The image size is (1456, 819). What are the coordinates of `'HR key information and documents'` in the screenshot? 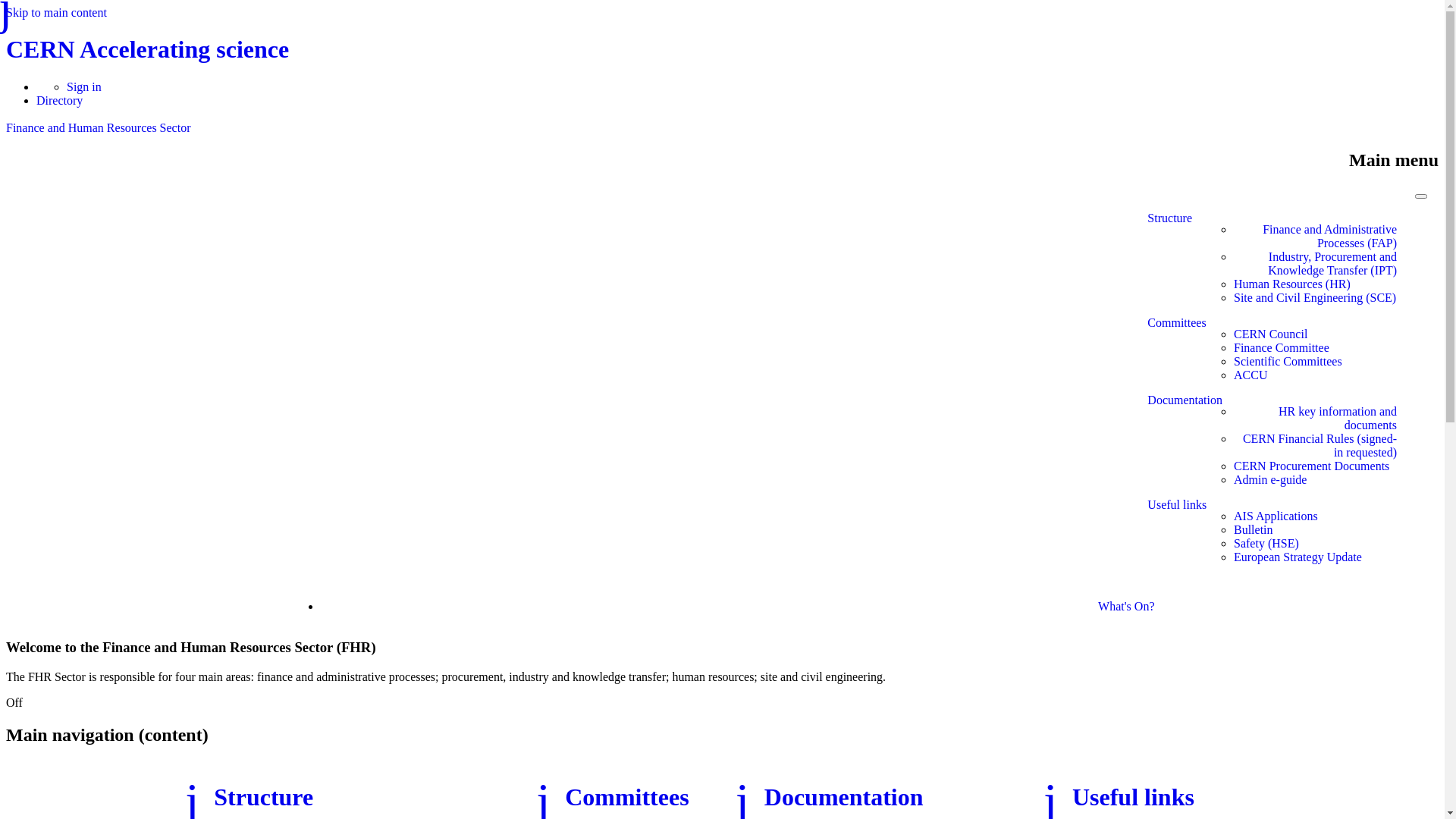 It's located at (1314, 418).